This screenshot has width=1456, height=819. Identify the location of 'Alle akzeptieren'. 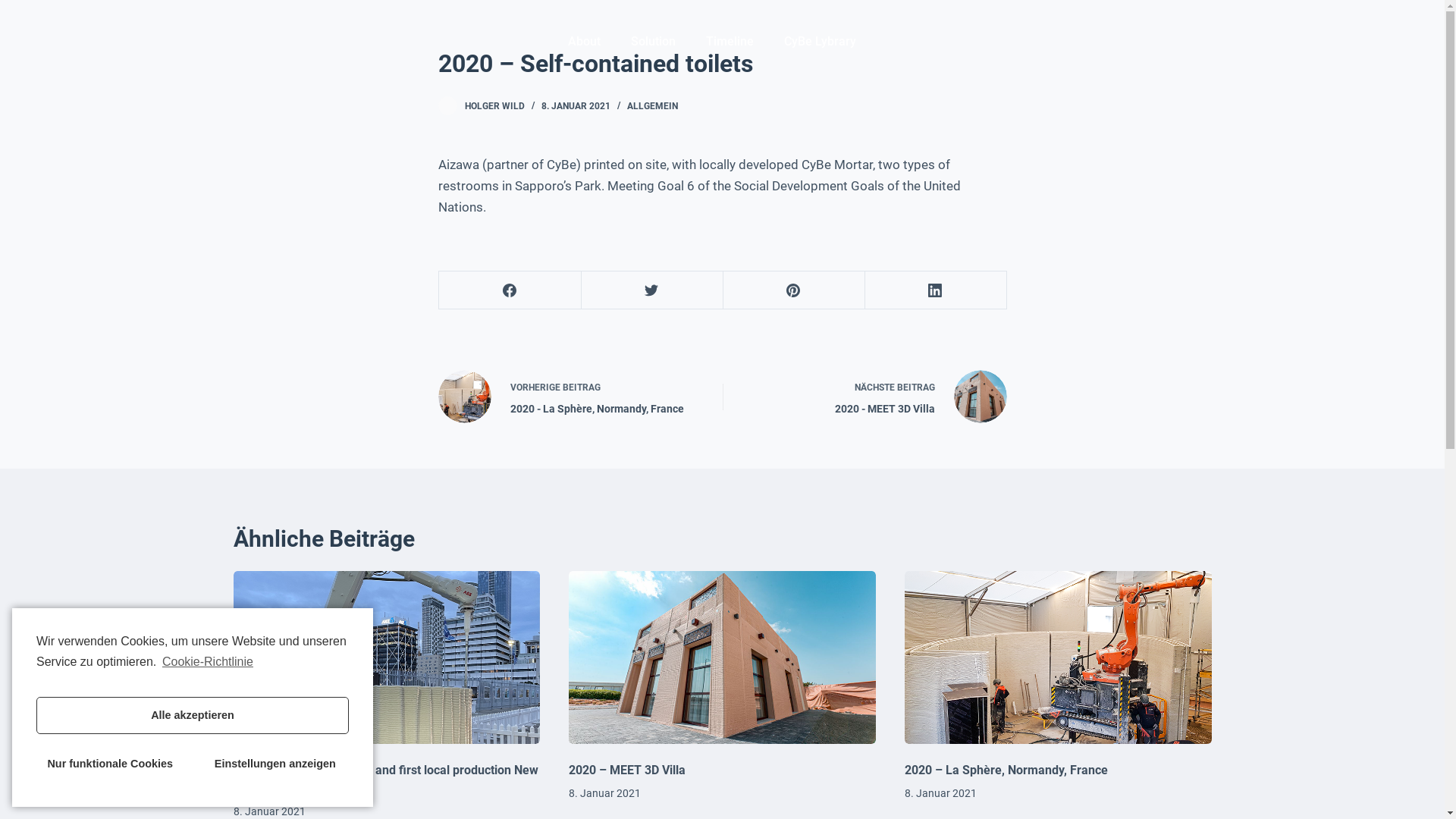
(192, 715).